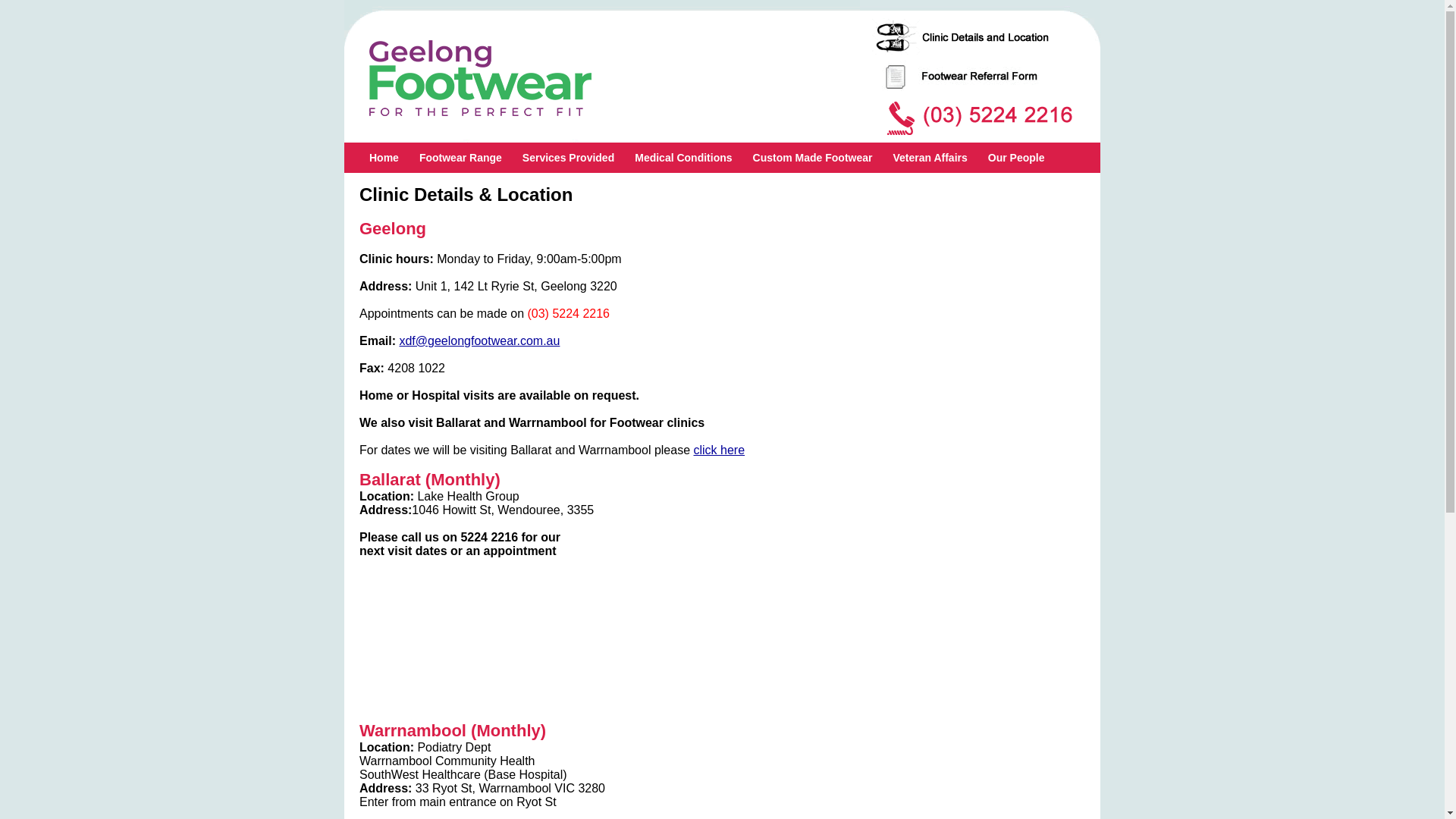 This screenshot has width=1456, height=819. I want to click on 'Home', so click(384, 158).